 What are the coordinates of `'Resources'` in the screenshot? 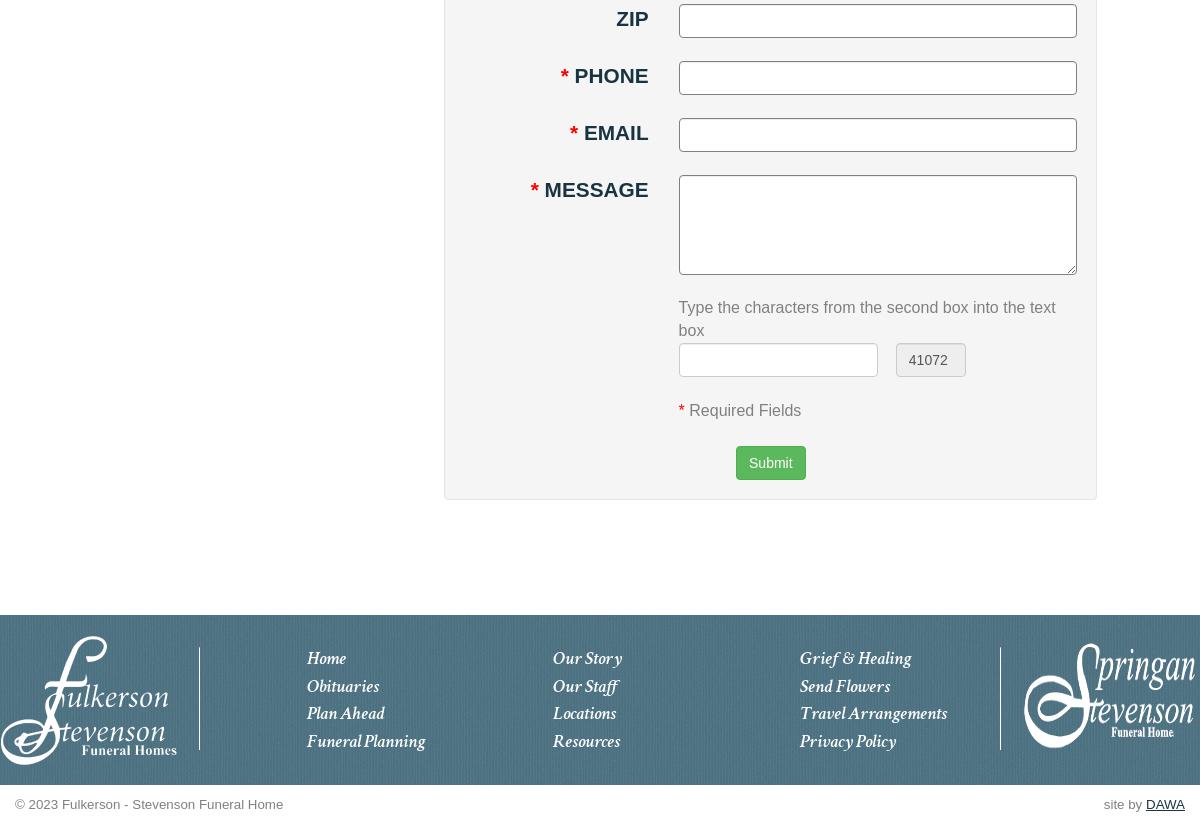 It's located at (585, 739).